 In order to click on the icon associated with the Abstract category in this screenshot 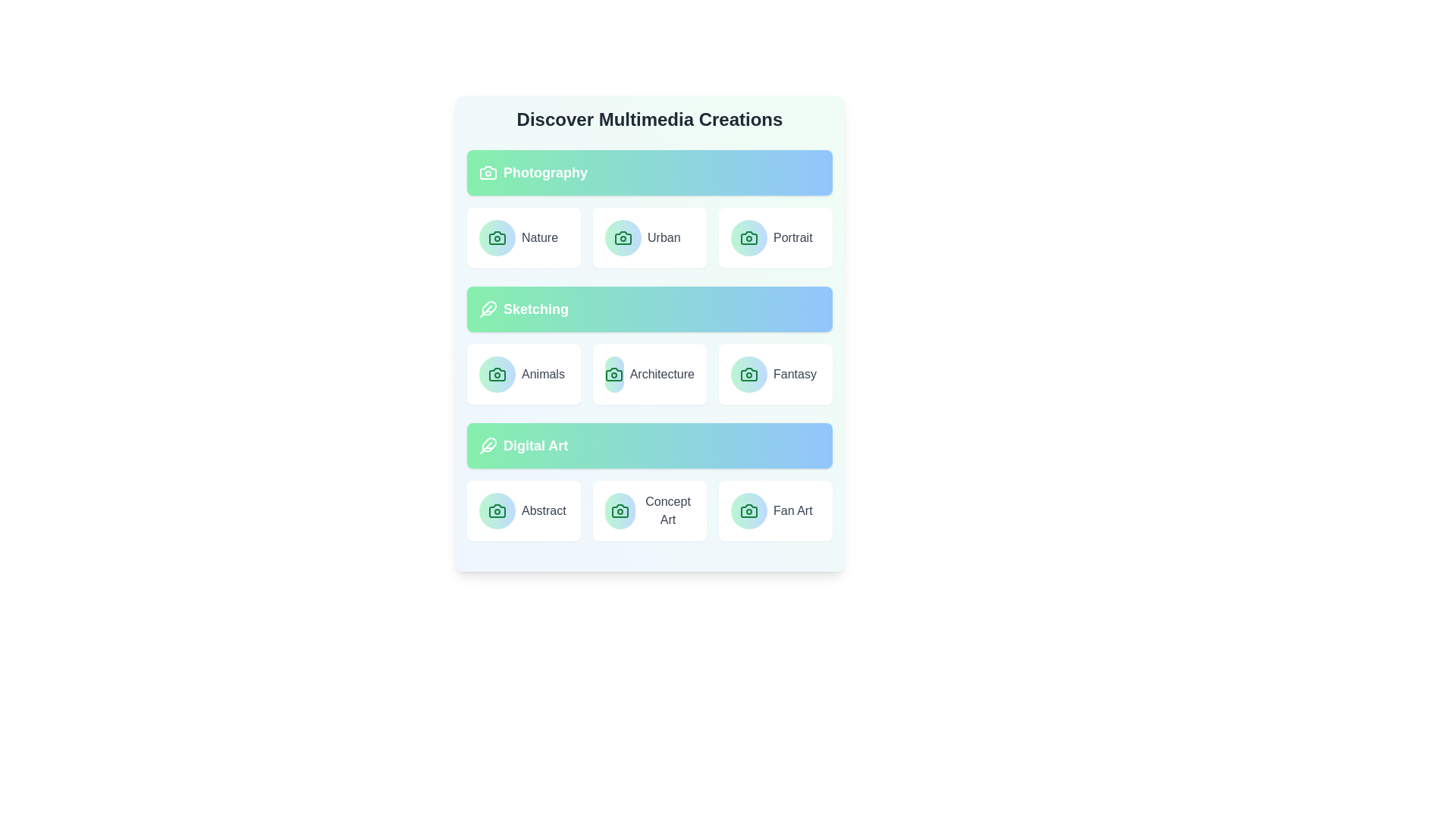, I will do `click(497, 511)`.